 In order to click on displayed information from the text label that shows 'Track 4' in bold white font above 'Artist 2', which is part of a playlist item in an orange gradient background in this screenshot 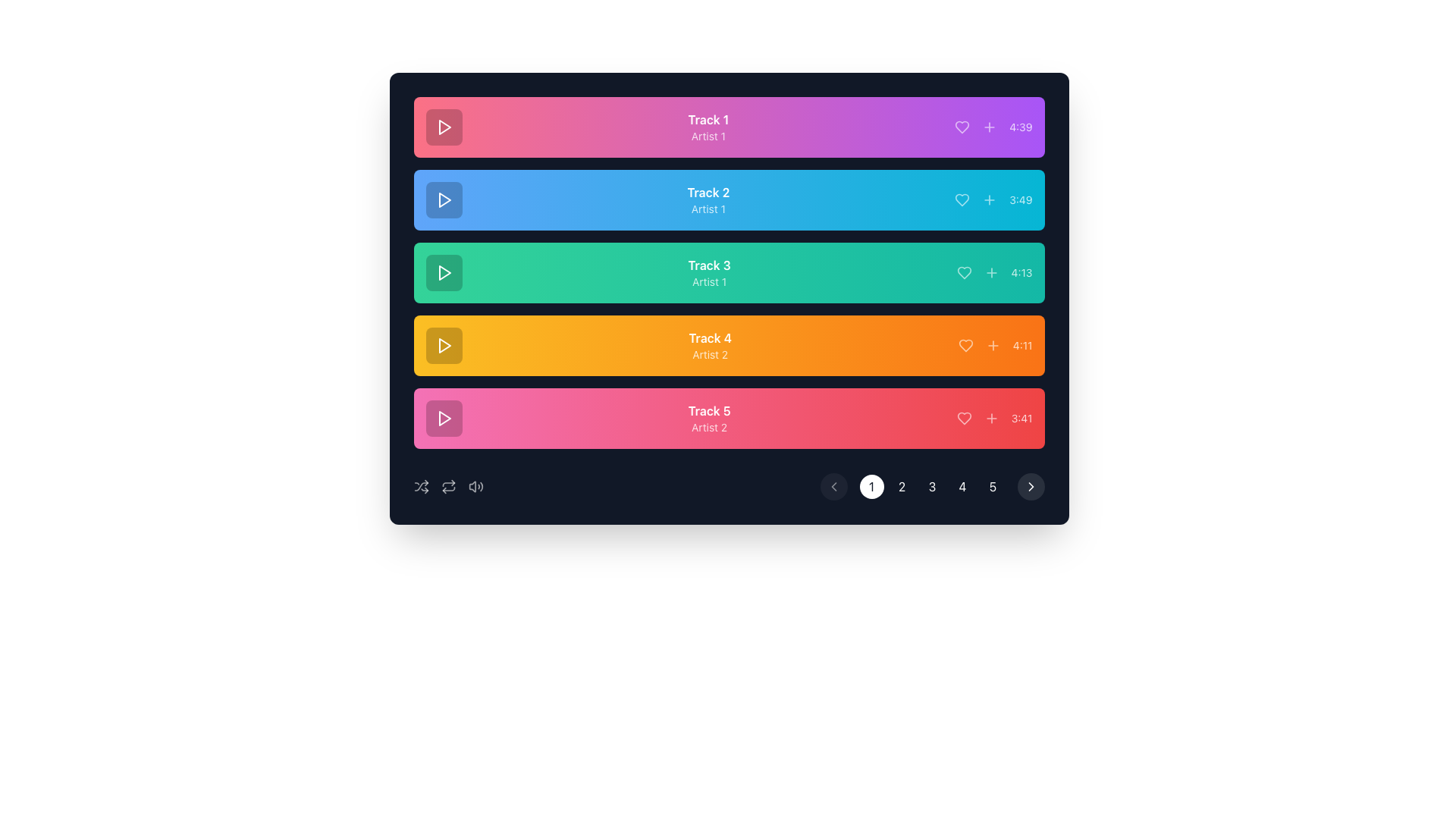, I will do `click(709, 345)`.